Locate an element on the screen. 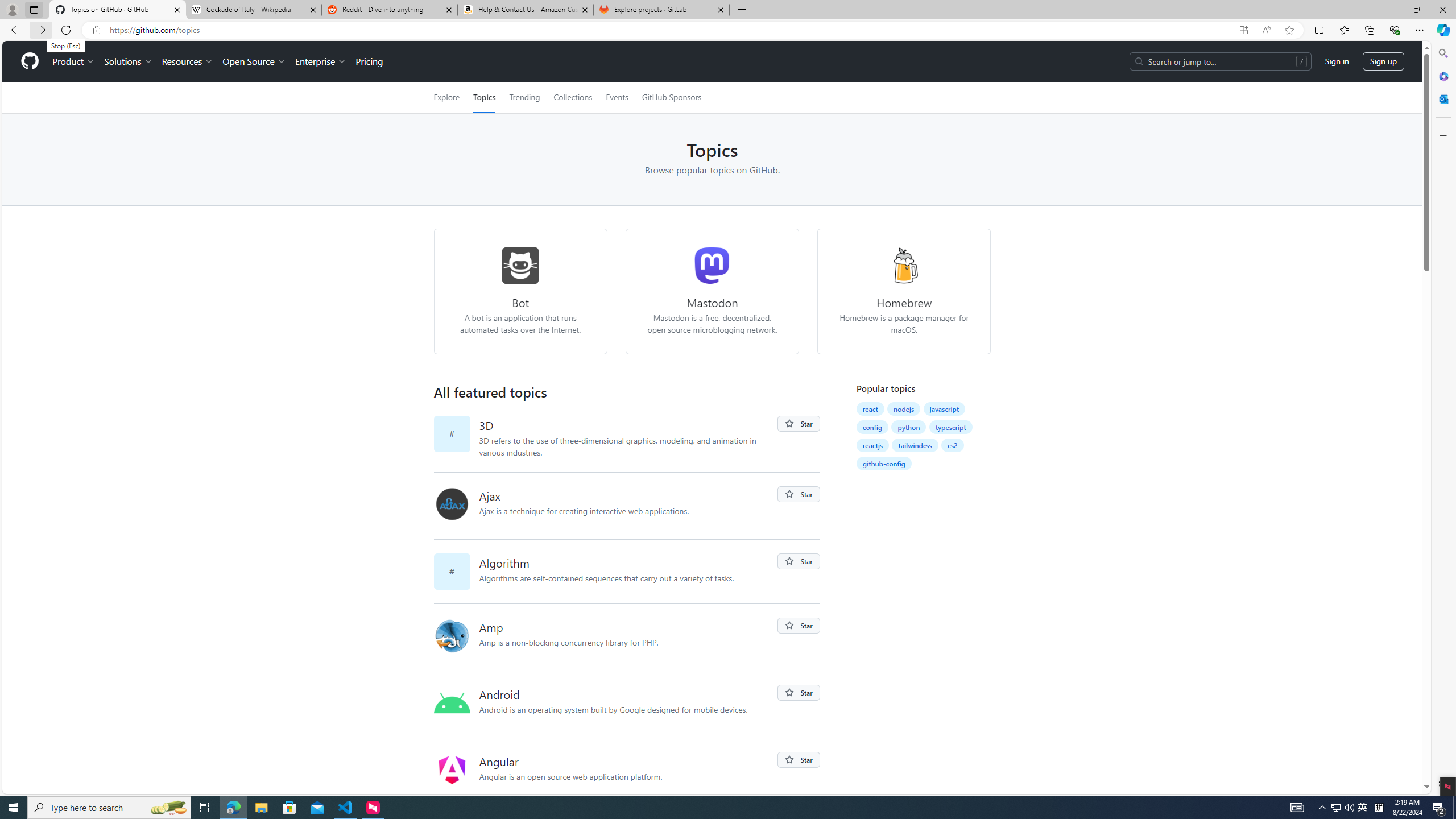 This screenshot has height=819, width=1456. 'mastodon' is located at coordinates (712, 266).